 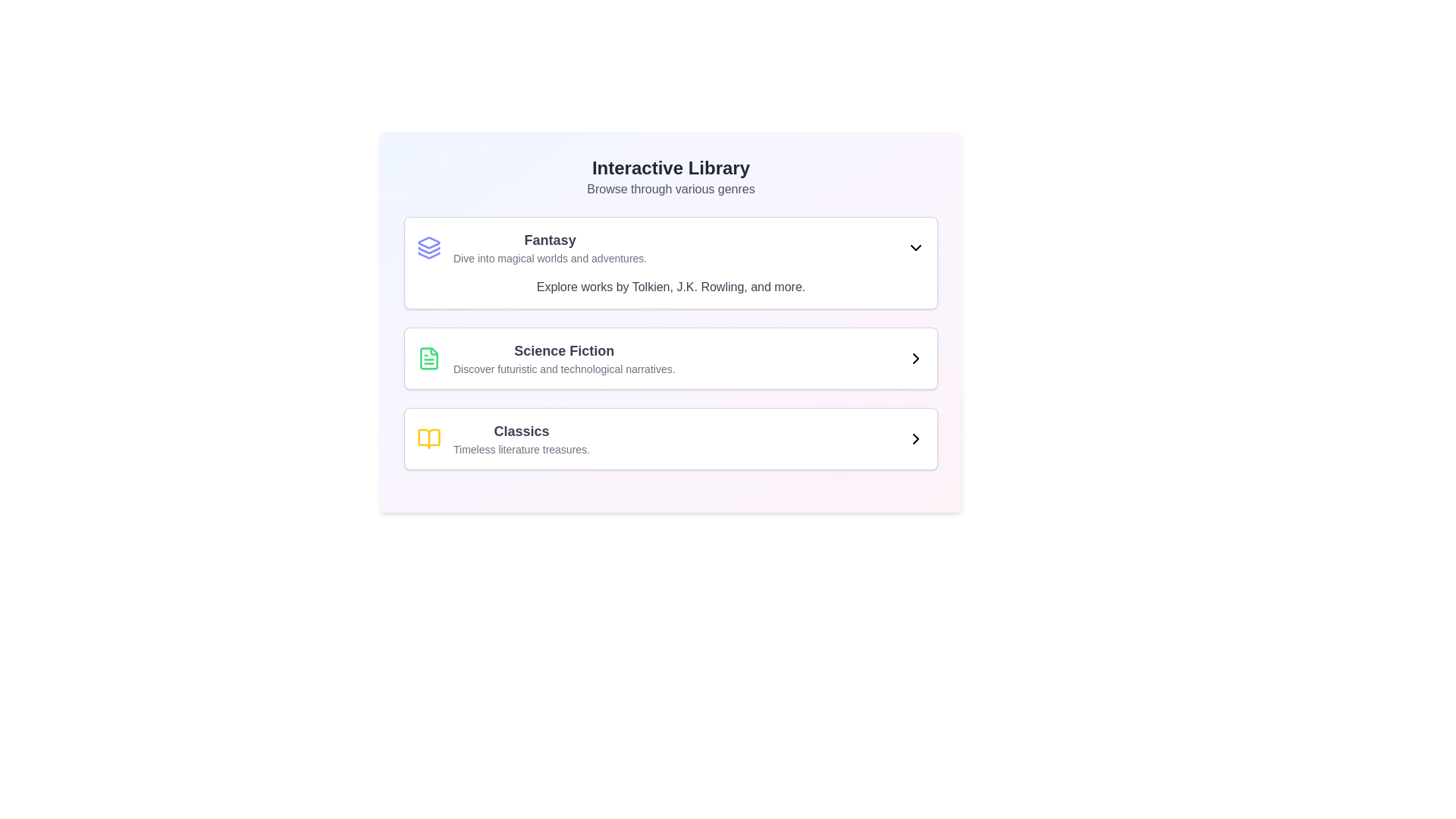 I want to click on the 'Classics' section icon, which is part of the interface indicating literature or books, located near the bottom of the 'Interactive Library' menu, so click(x=428, y=438).